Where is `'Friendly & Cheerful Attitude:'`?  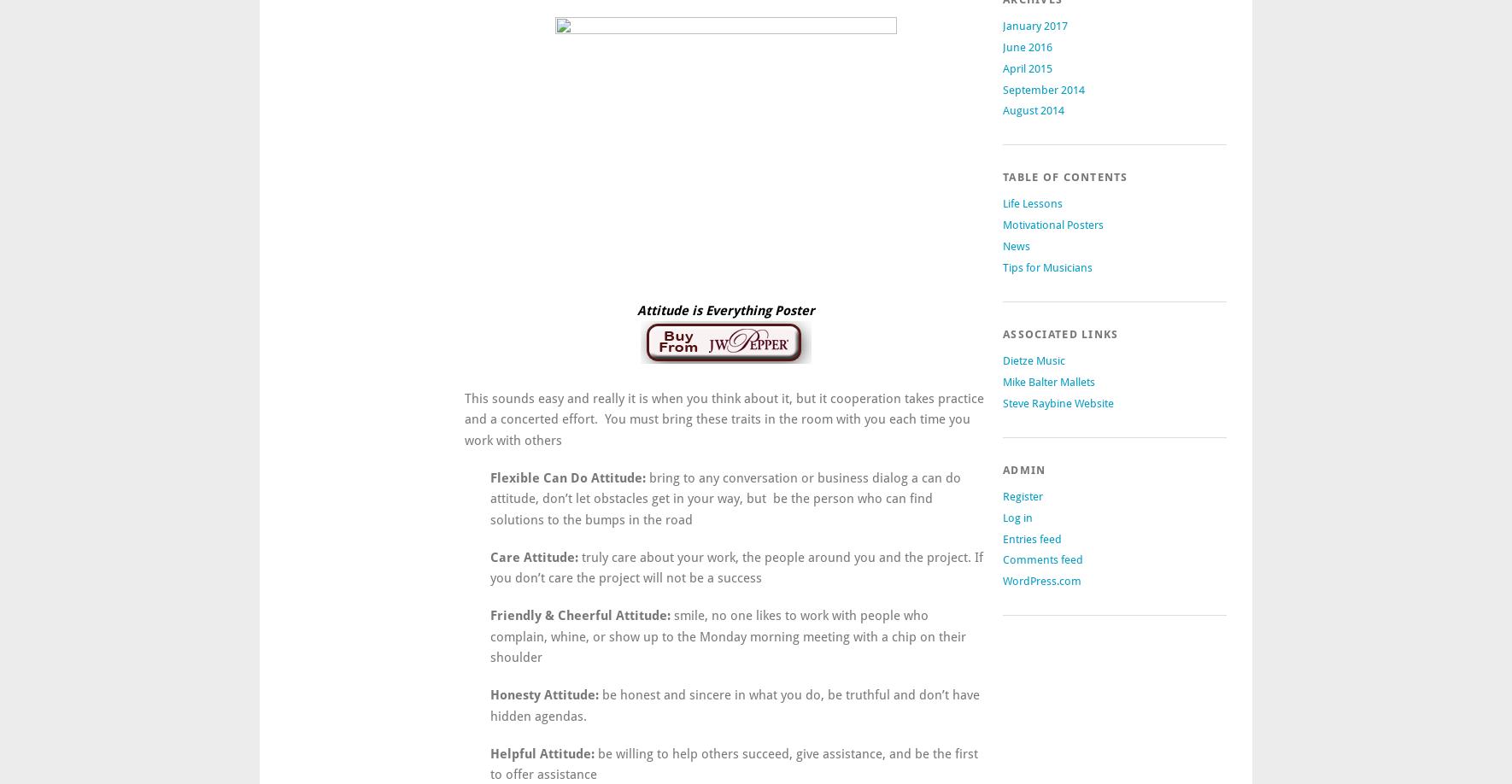 'Friendly & Cheerful Attitude:' is located at coordinates (578, 614).